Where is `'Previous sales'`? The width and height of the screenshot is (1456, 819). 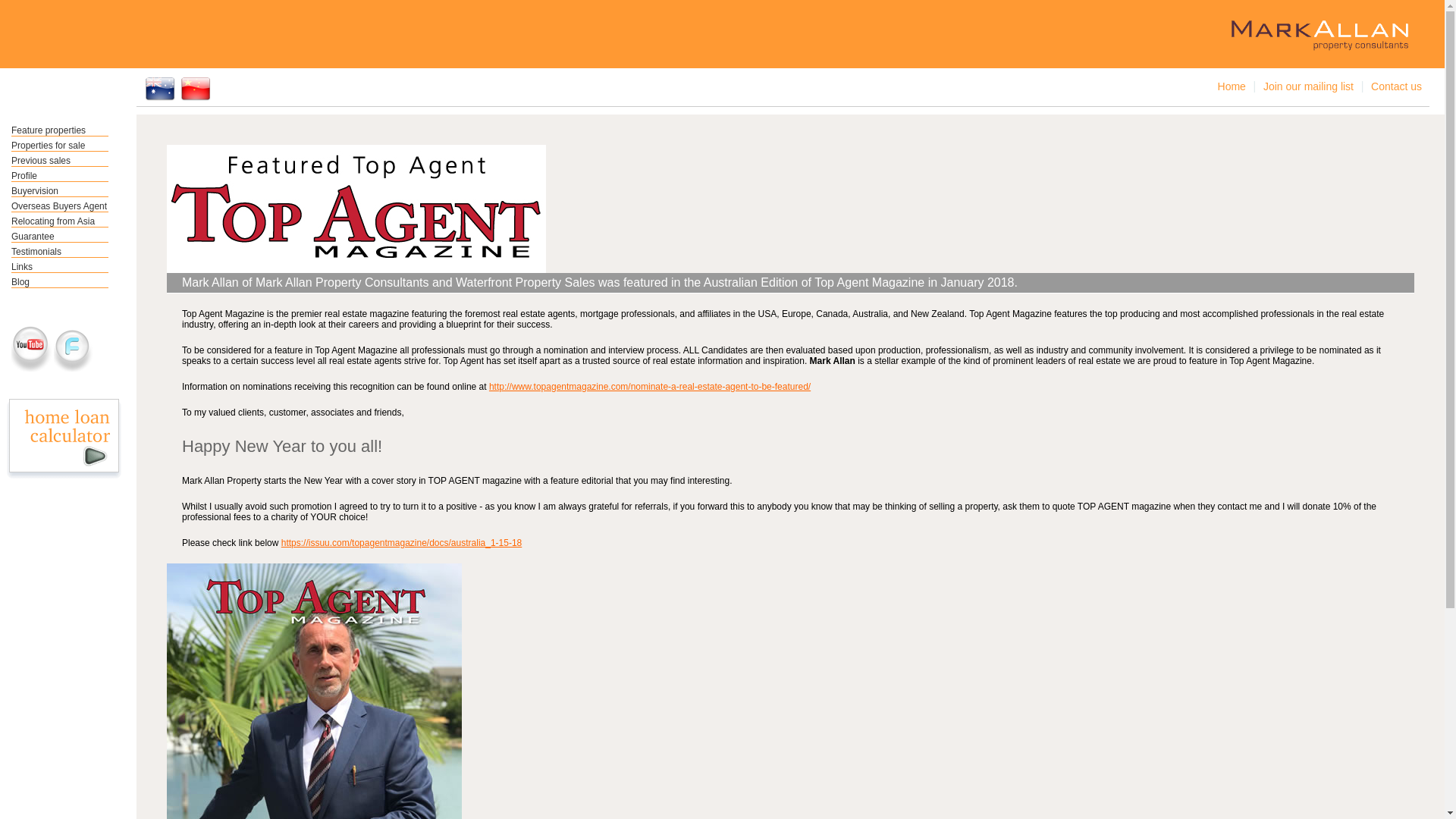 'Previous sales' is located at coordinates (59, 161).